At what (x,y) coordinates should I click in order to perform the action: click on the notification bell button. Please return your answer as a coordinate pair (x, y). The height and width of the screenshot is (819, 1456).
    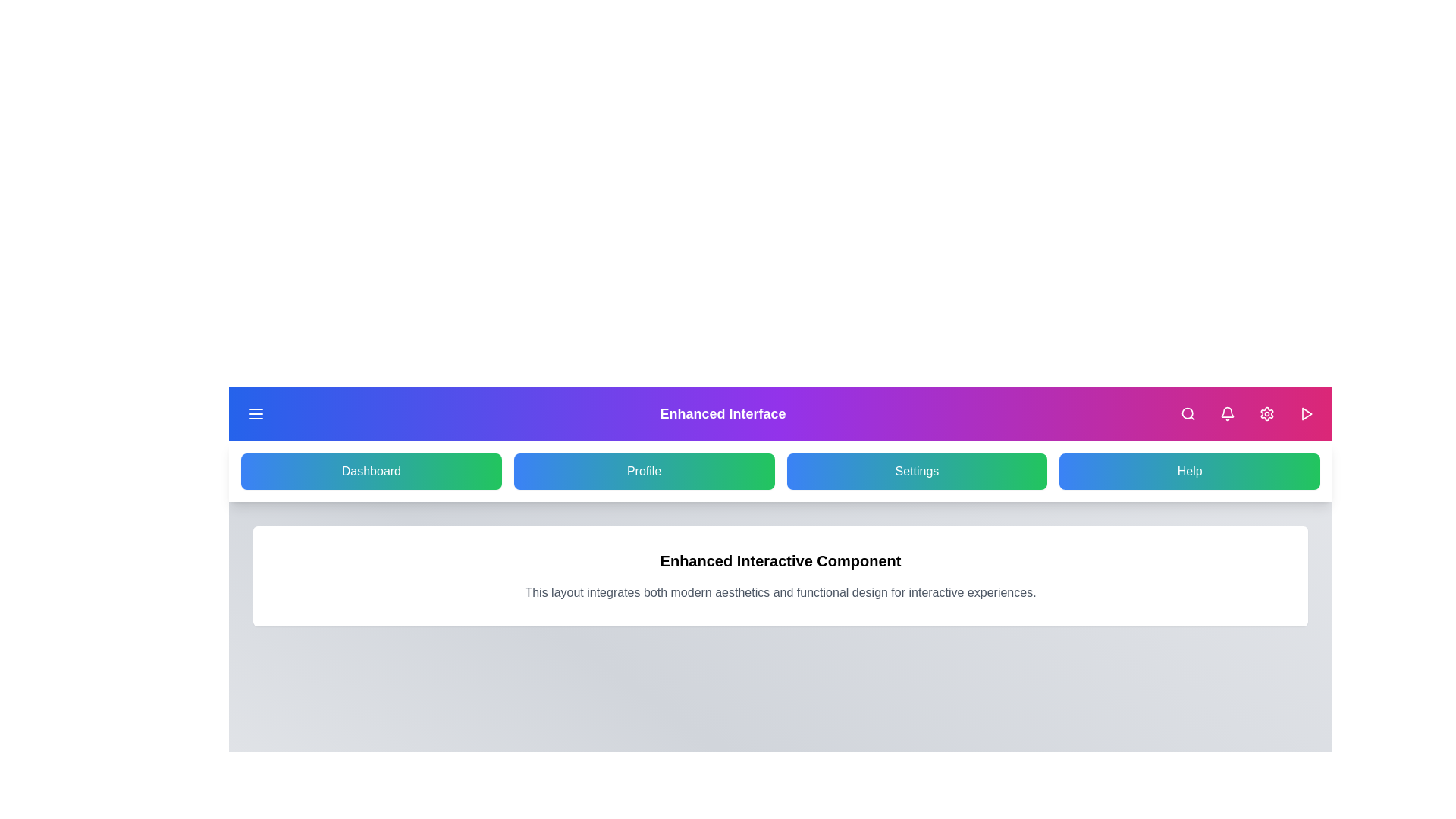
    Looking at the image, I should click on (1227, 414).